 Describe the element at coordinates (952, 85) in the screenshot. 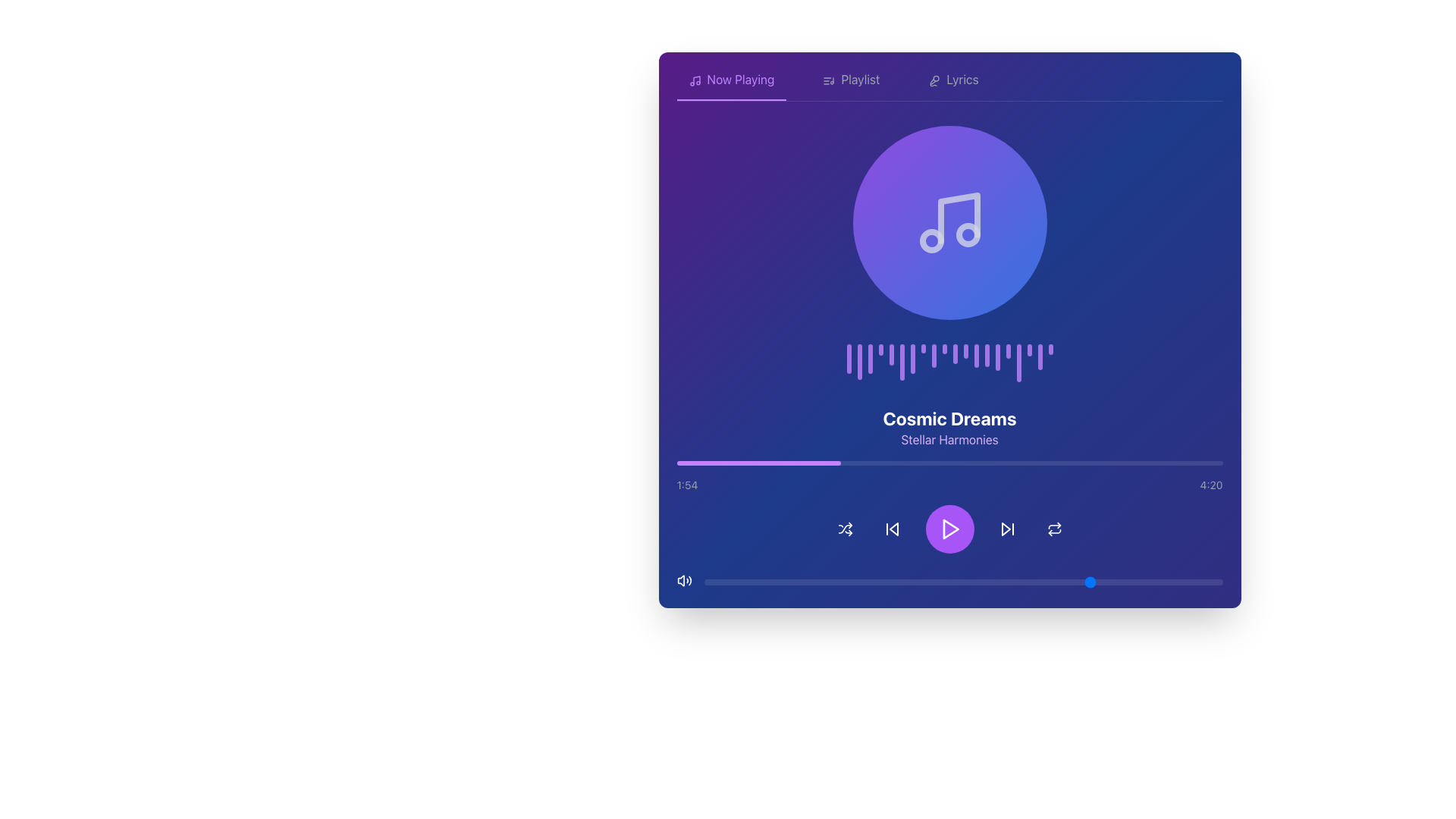

I see `the 'Lyrics' clickable text element, which is styled in light gray and changes to purple on hover, using keyboard navigation` at that location.